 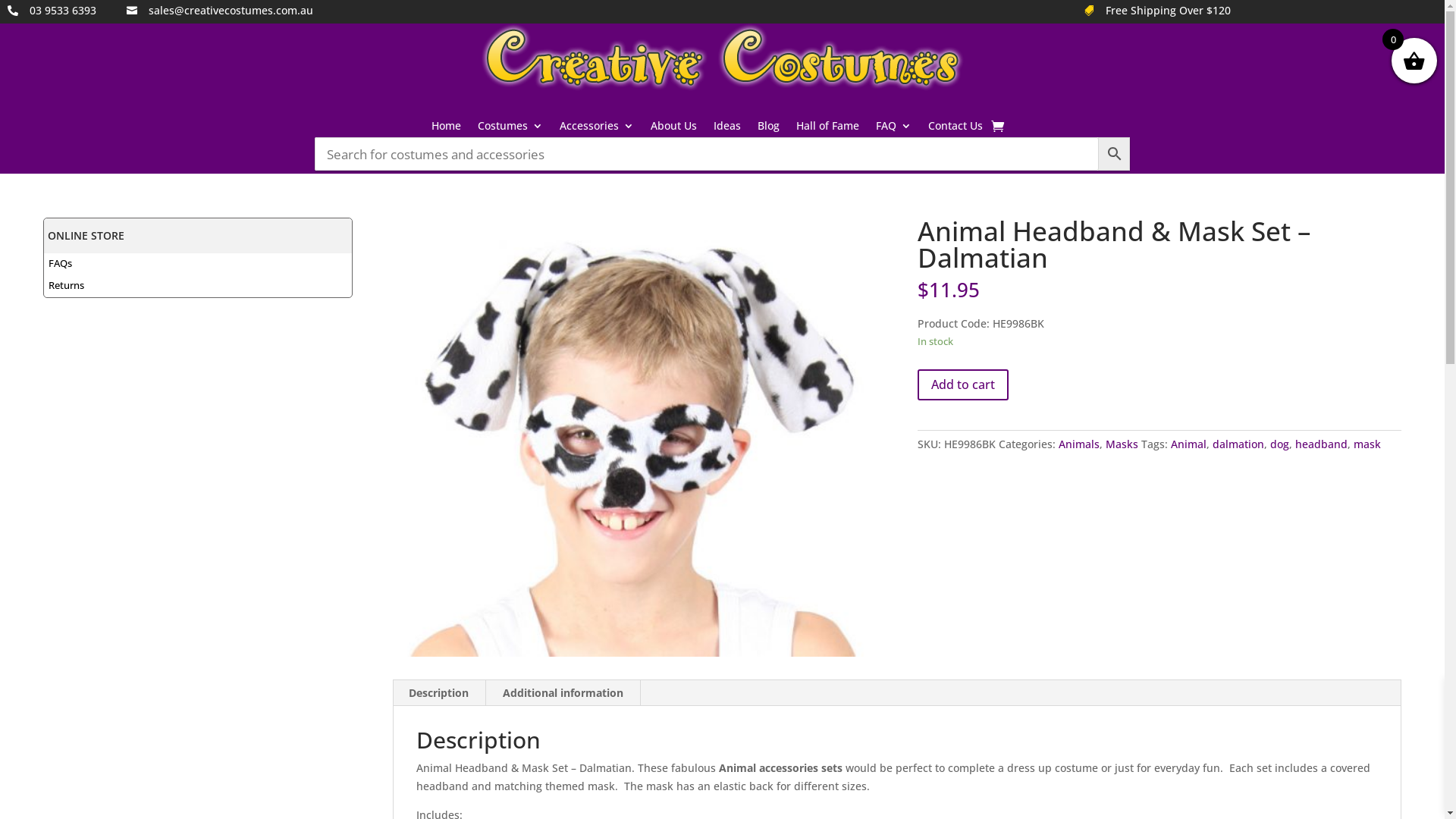 I want to click on 'Additional information', so click(x=562, y=693).